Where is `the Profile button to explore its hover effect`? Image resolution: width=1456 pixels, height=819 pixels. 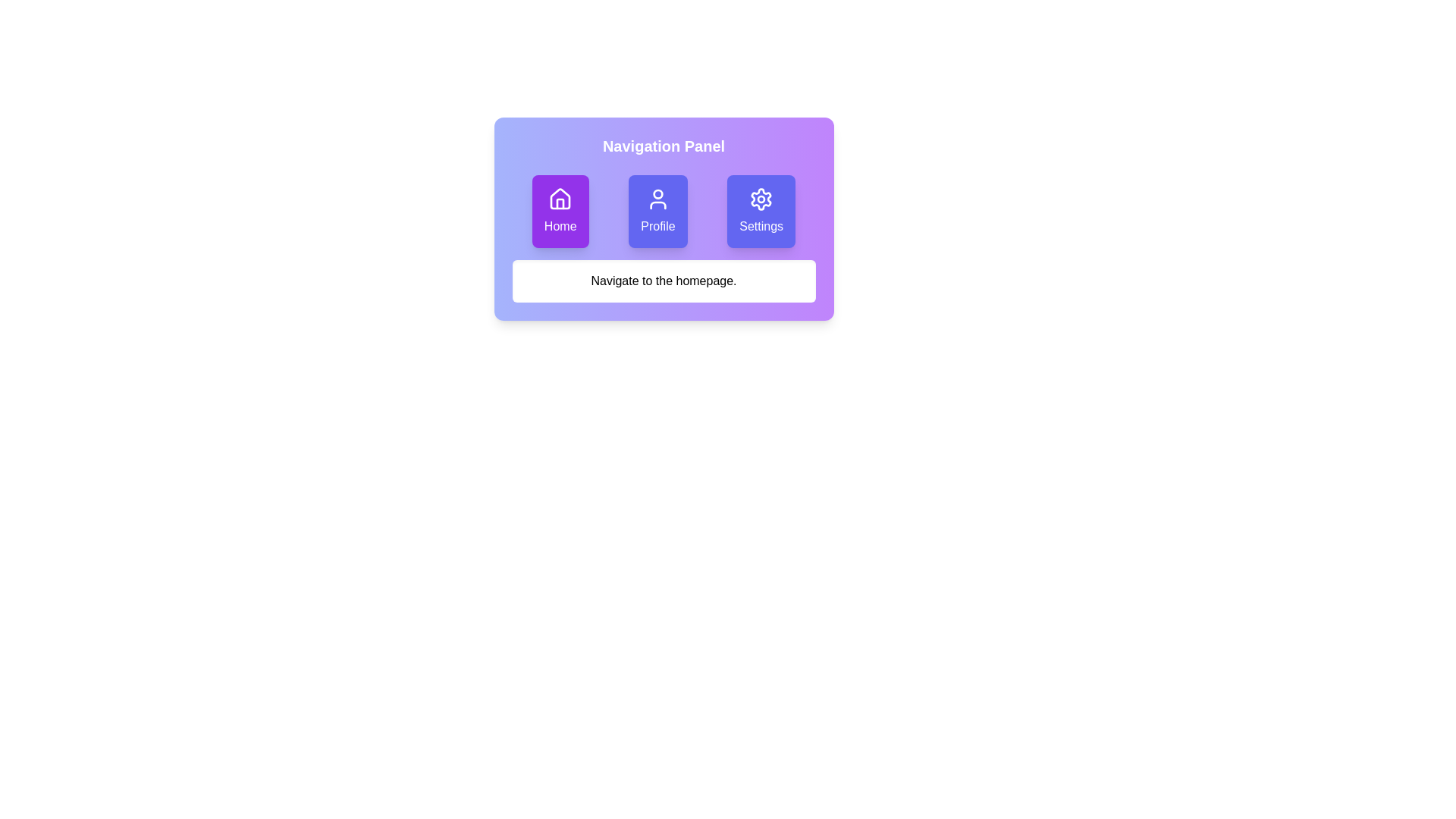 the Profile button to explore its hover effect is located at coordinates (657, 211).